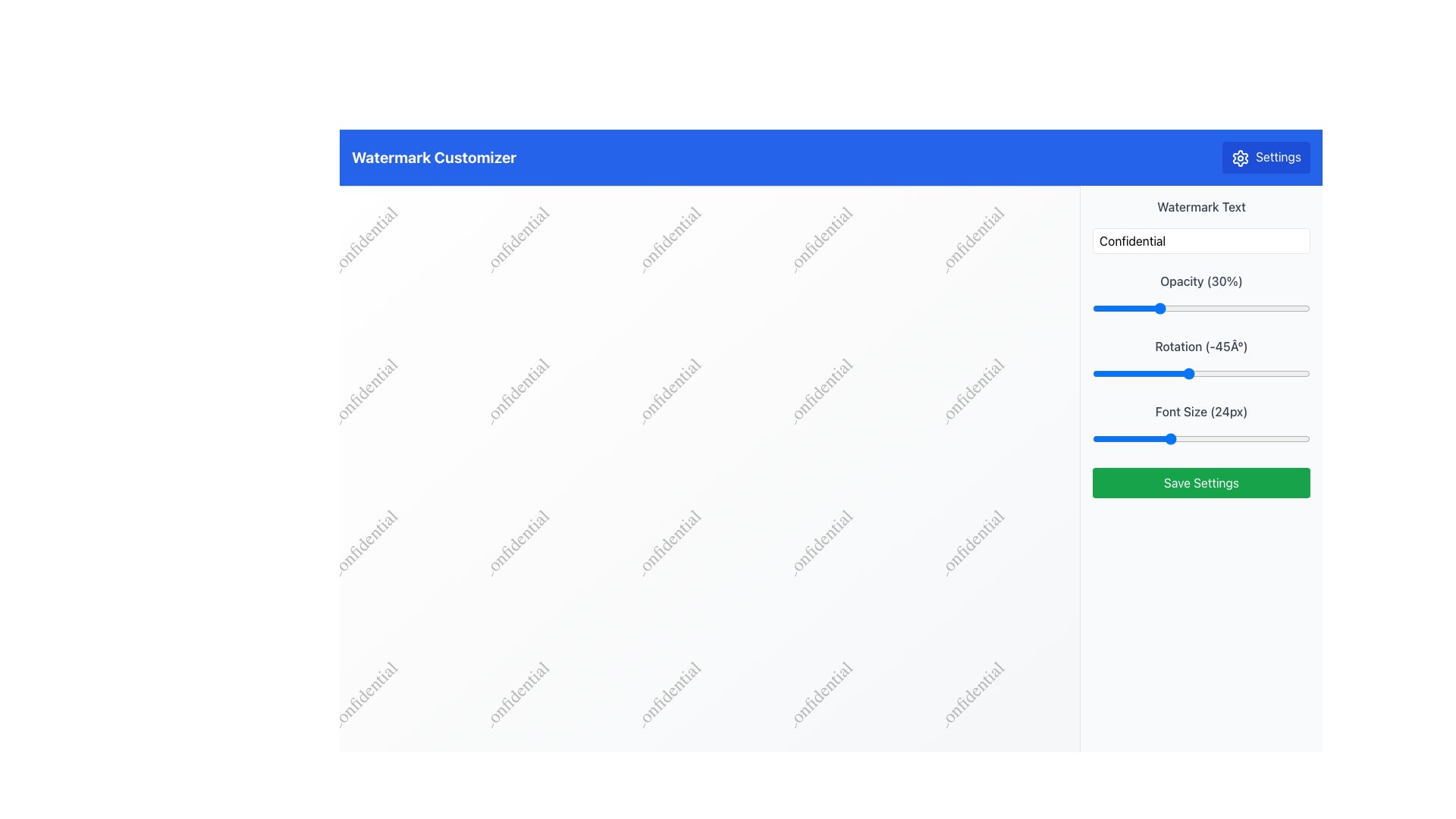 This screenshot has height=819, width=1456. Describe the element at coordinates (1244, 438) in the screenshot. I see `the font size` at that location.